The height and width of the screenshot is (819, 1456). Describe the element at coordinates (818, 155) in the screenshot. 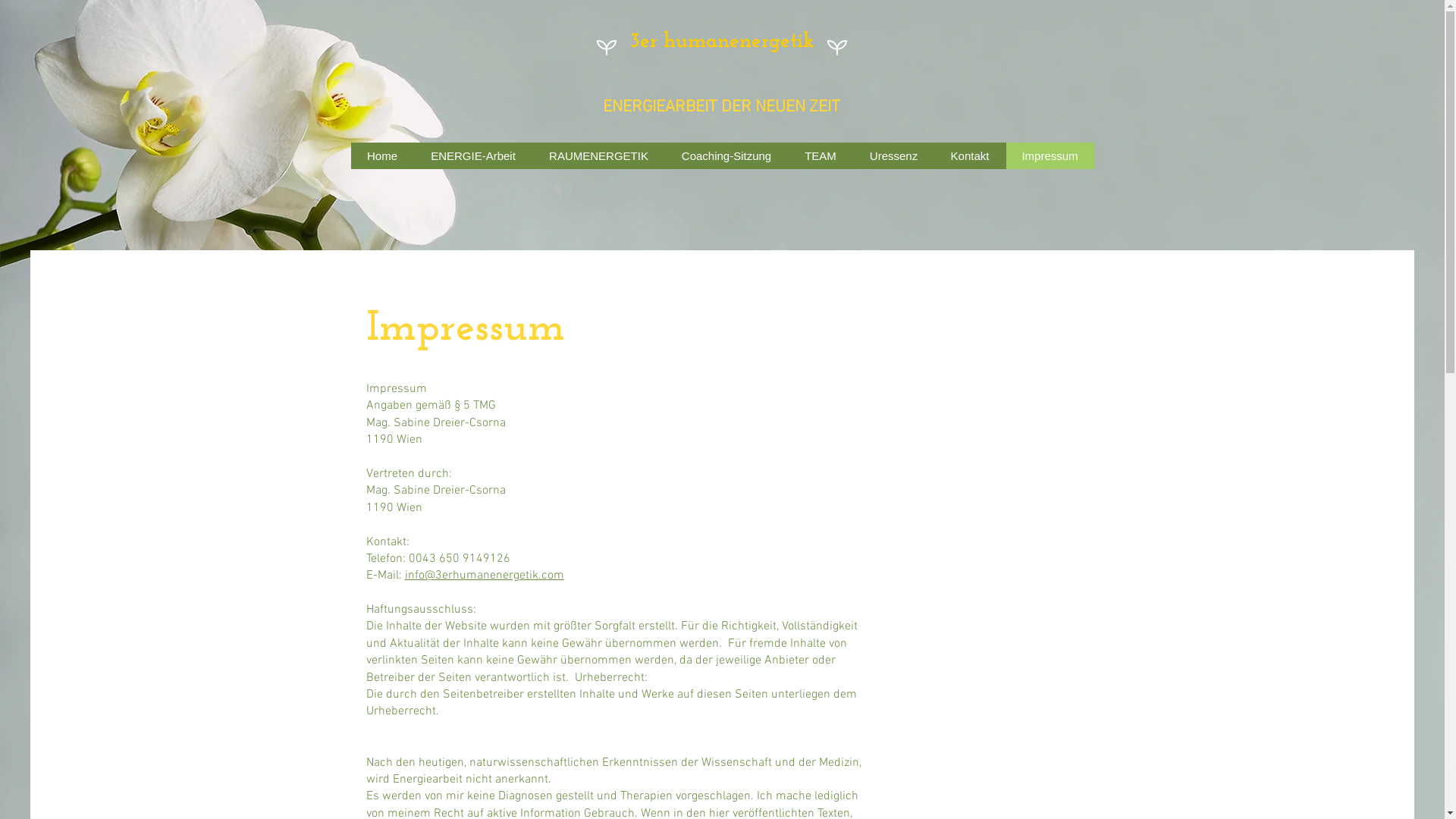

I see `'TEAM'` at that location.